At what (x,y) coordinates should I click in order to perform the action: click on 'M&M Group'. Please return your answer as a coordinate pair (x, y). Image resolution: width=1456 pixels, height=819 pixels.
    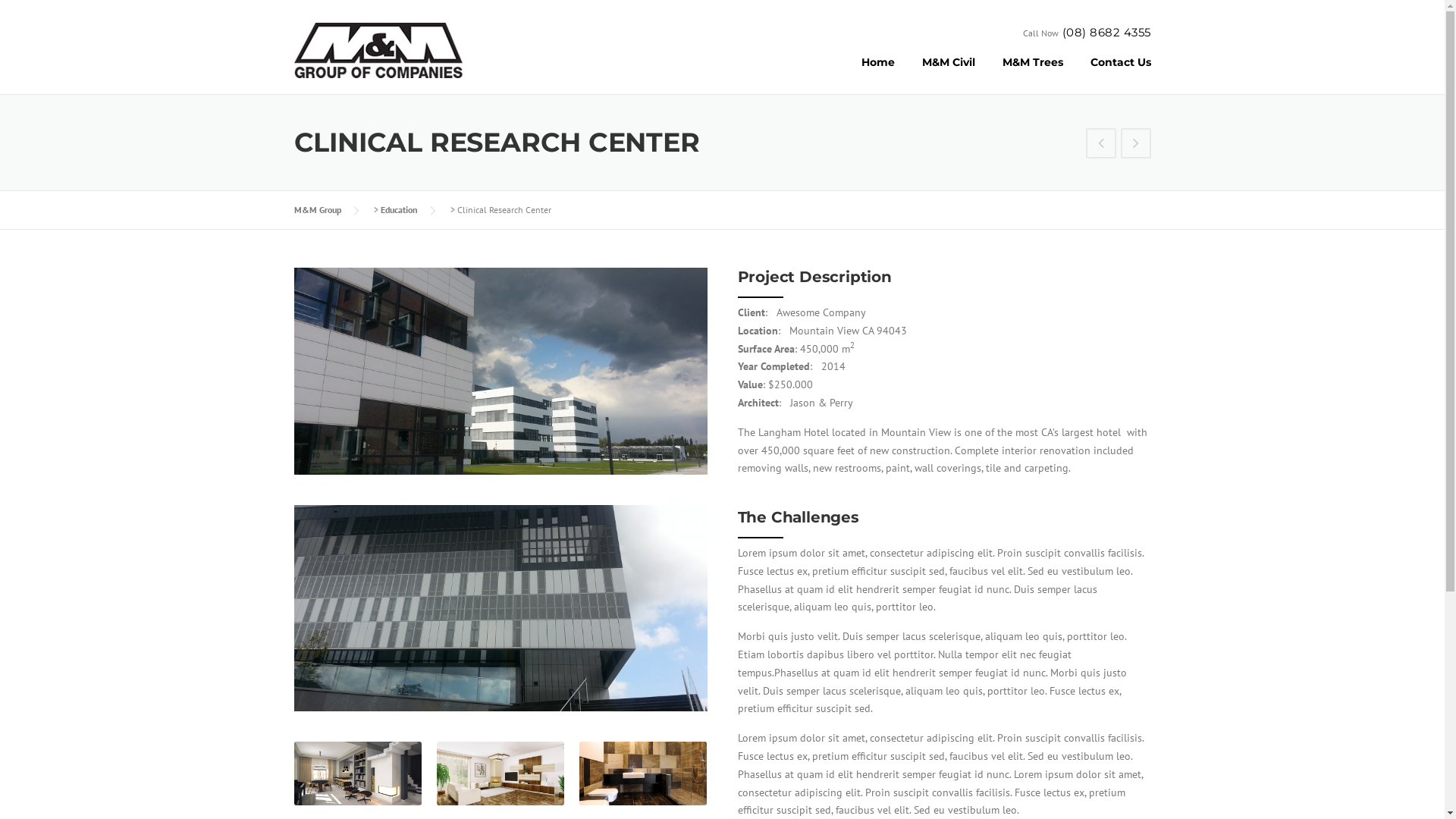
    Looking at the image, I should click on (316, 209).